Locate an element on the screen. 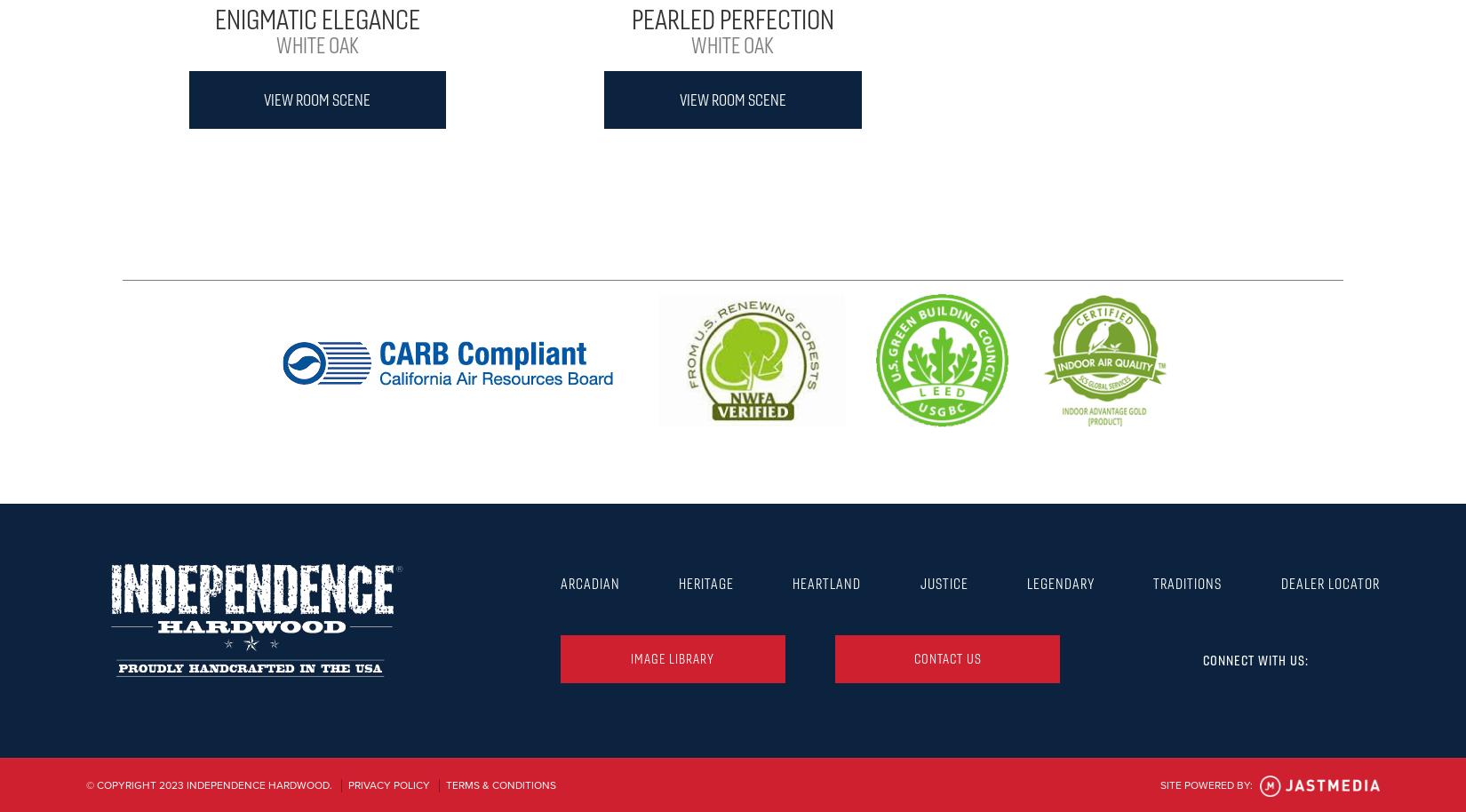  '© Copyright 2023 Independence Hardwood.' is located at coordinates (210, 784).